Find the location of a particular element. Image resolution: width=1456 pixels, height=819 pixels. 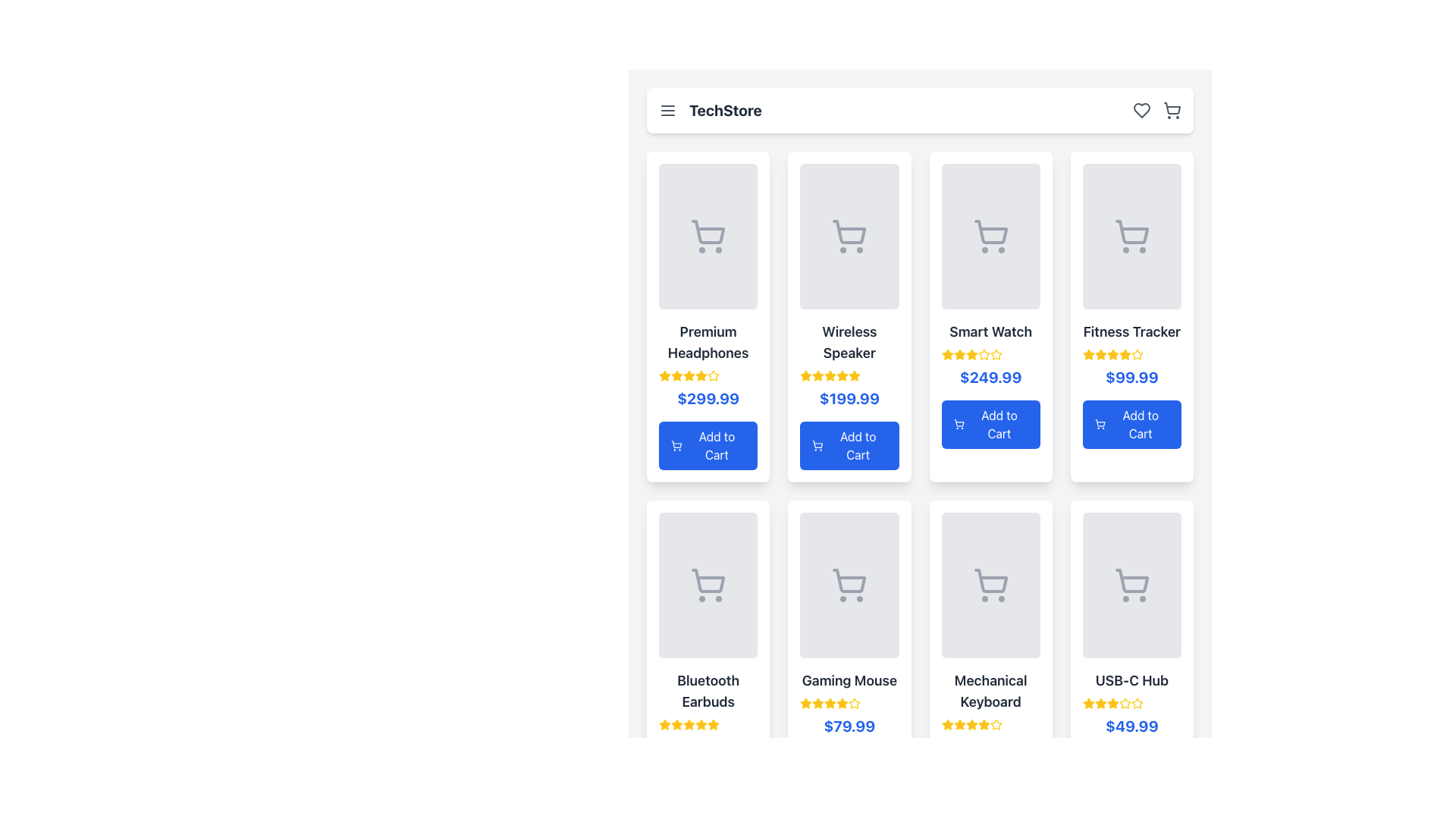

the yellow star-shaped icon, which is the third star in a series of five stars located beneath the 'Bluetooth Earbuds' card's title is located at coordinates (676, 724).